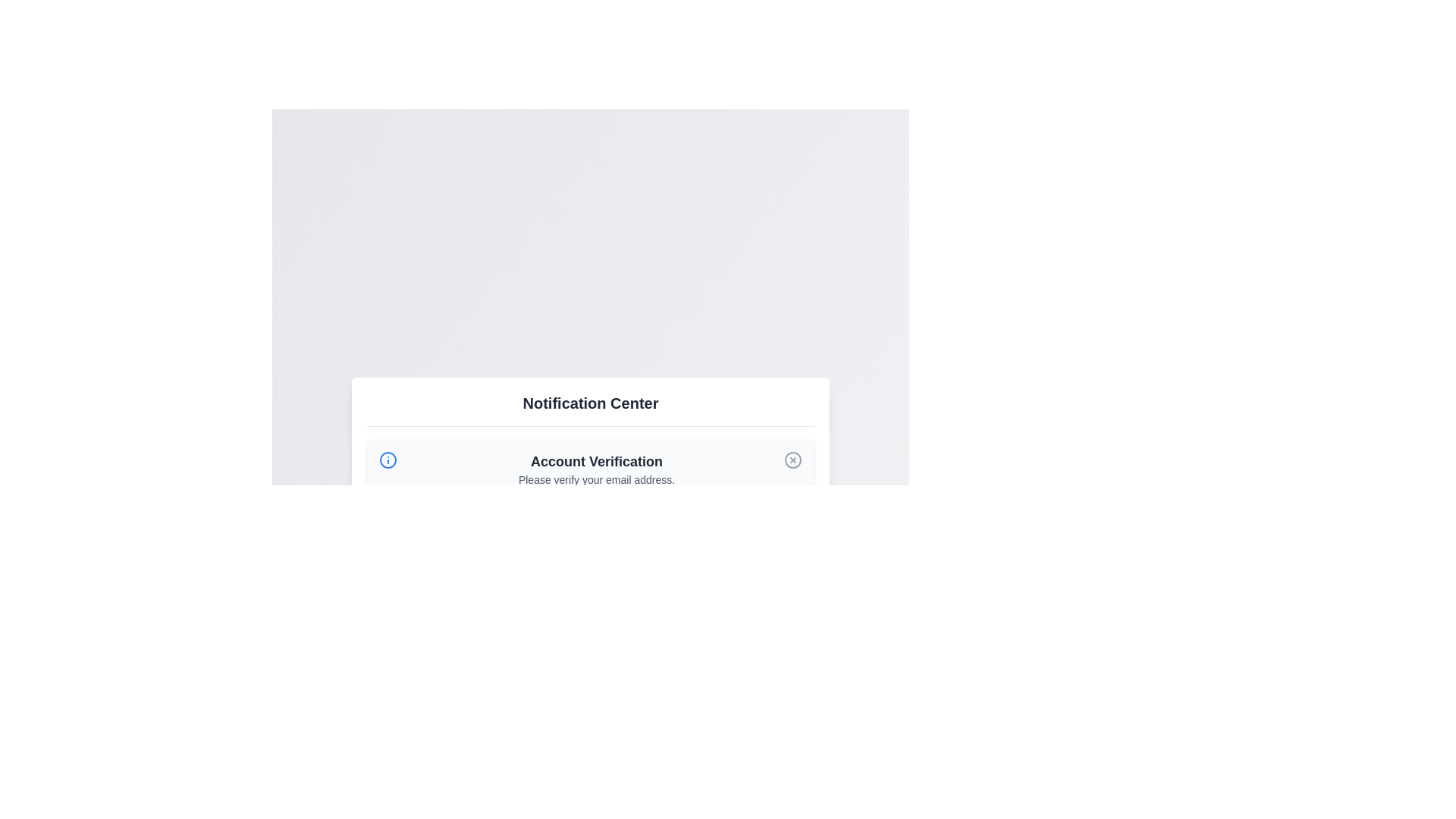 This screenshot has width=1456, height=819. Describe the element at coordinates (596, 460) in the screenshot. I see `the text label that serves as the title for the account verification section, positioned directly above the 'Please verify your email address.' text` at that location.